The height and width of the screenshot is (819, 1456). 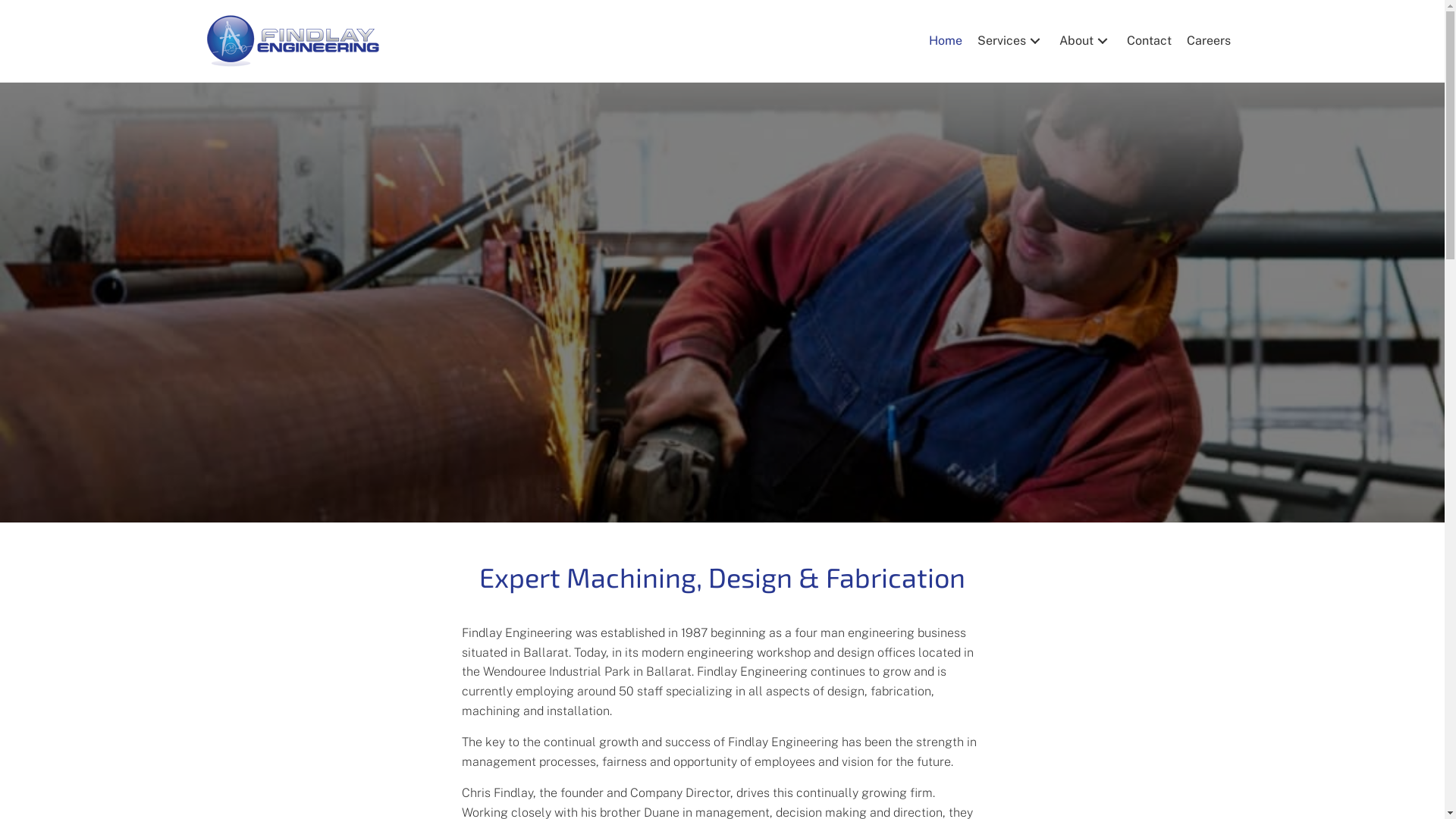 I want to click on 'About', so click(x=1050, y=40).